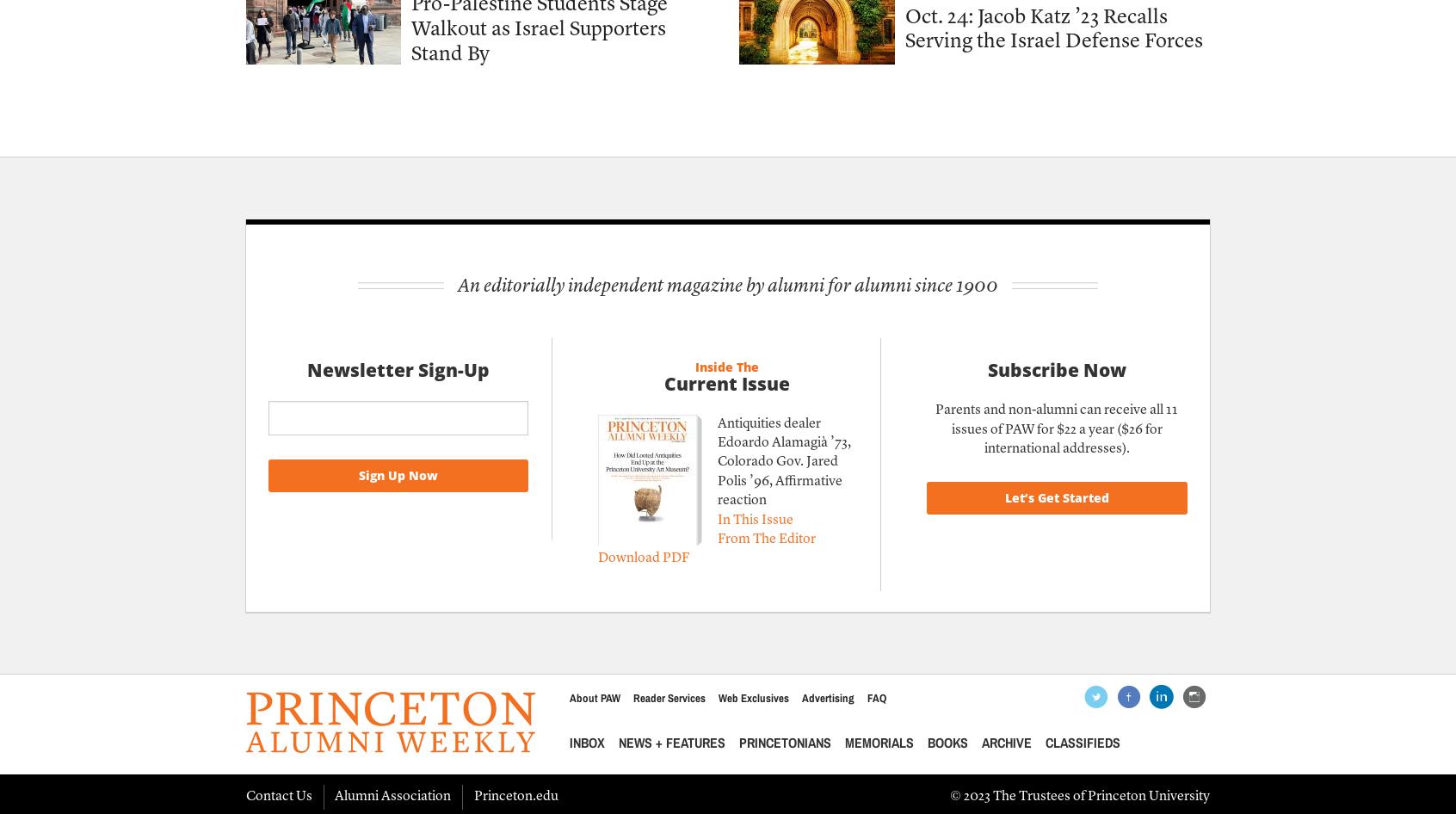 The width and height of the screenshot is (1456, 814). I want to click on 'Inbox', so click(586, 743).